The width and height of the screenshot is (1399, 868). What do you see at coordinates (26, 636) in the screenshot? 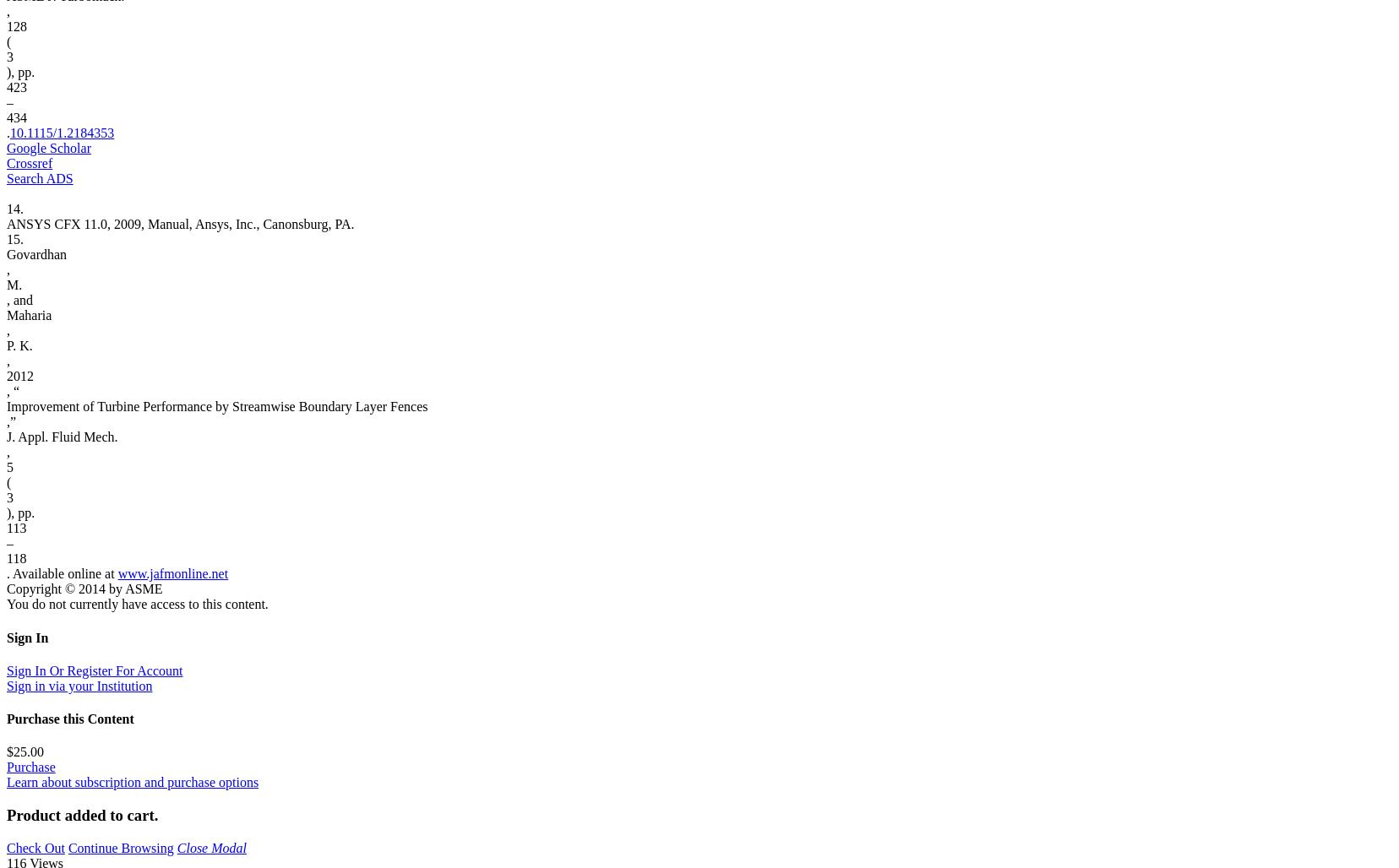
I see `'Sign In'` at bounding box center [26, 636].